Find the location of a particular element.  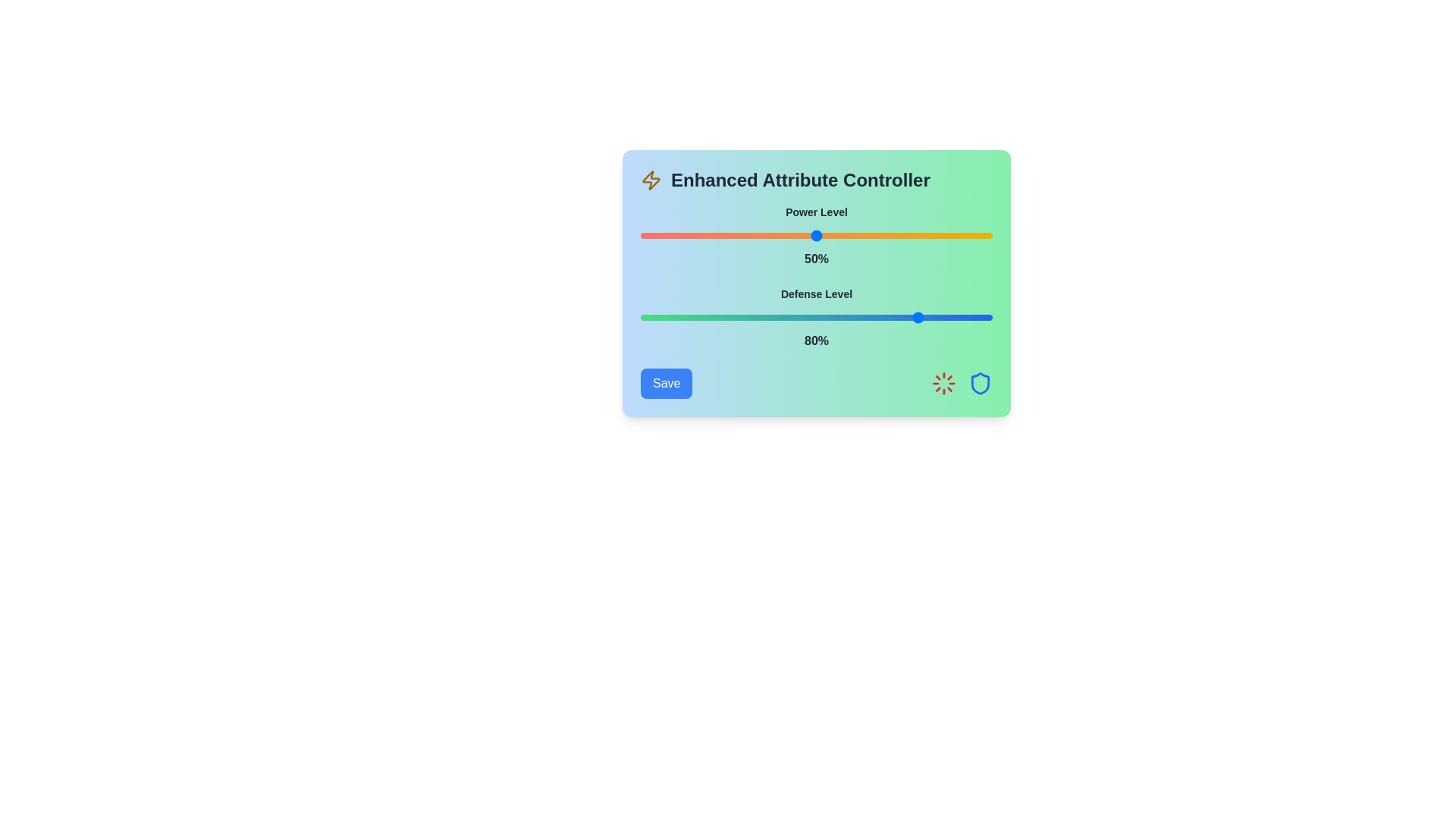

the Defense Level slider to 83% is located at coordinates (932, 317).